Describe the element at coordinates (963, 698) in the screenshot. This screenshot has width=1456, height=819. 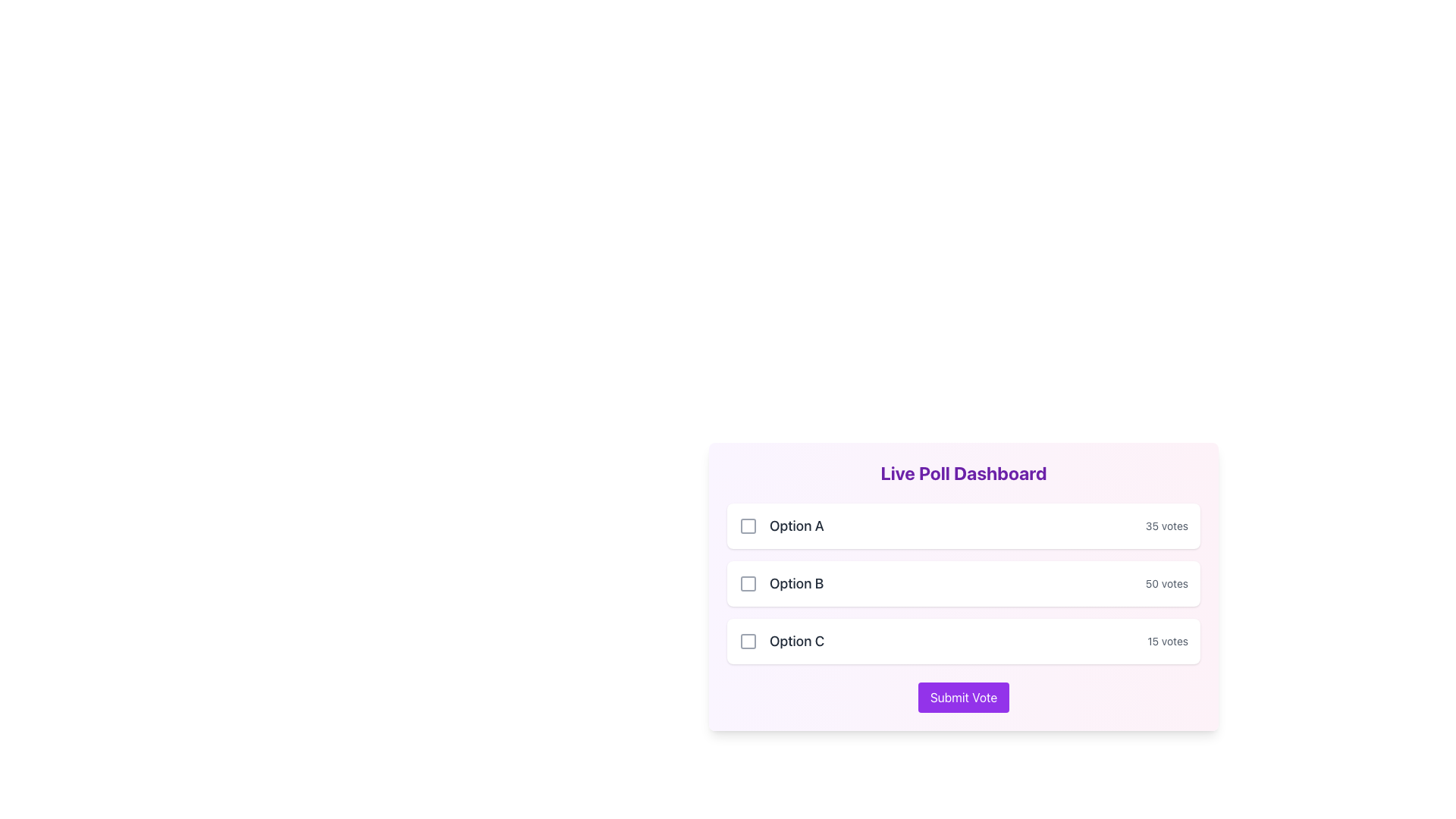
I see `the submit button located at the bottom center of the 'Live Poll Dashboard' panel to observe a style change` at that location.